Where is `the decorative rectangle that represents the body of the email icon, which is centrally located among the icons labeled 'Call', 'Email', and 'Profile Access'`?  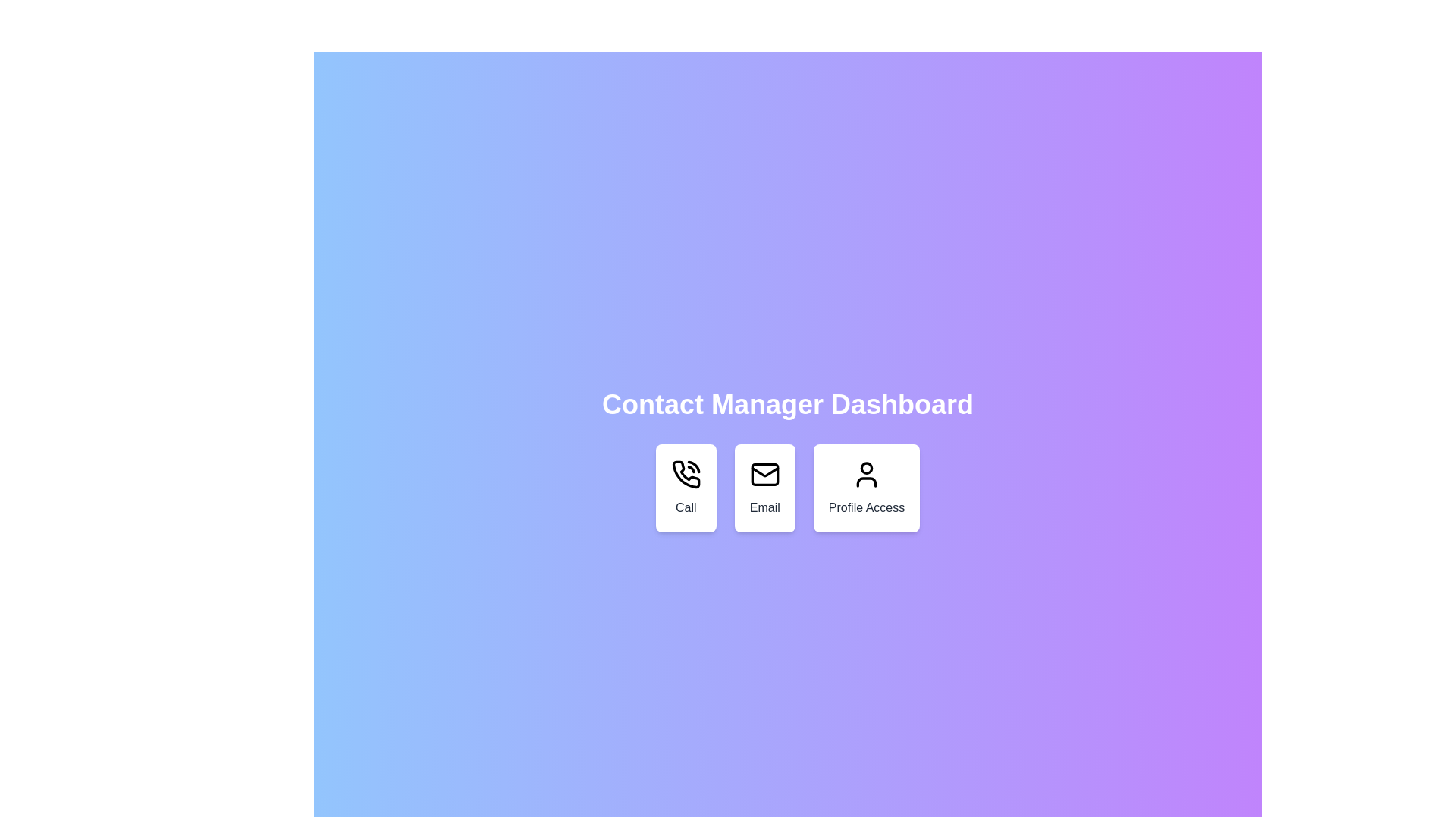 the decorative rectangle that represents the body of the email icon, which is centrally located among the icons labeled 'Call', 'Email', and 'Profile Access' is located at coordinates (764, 473).